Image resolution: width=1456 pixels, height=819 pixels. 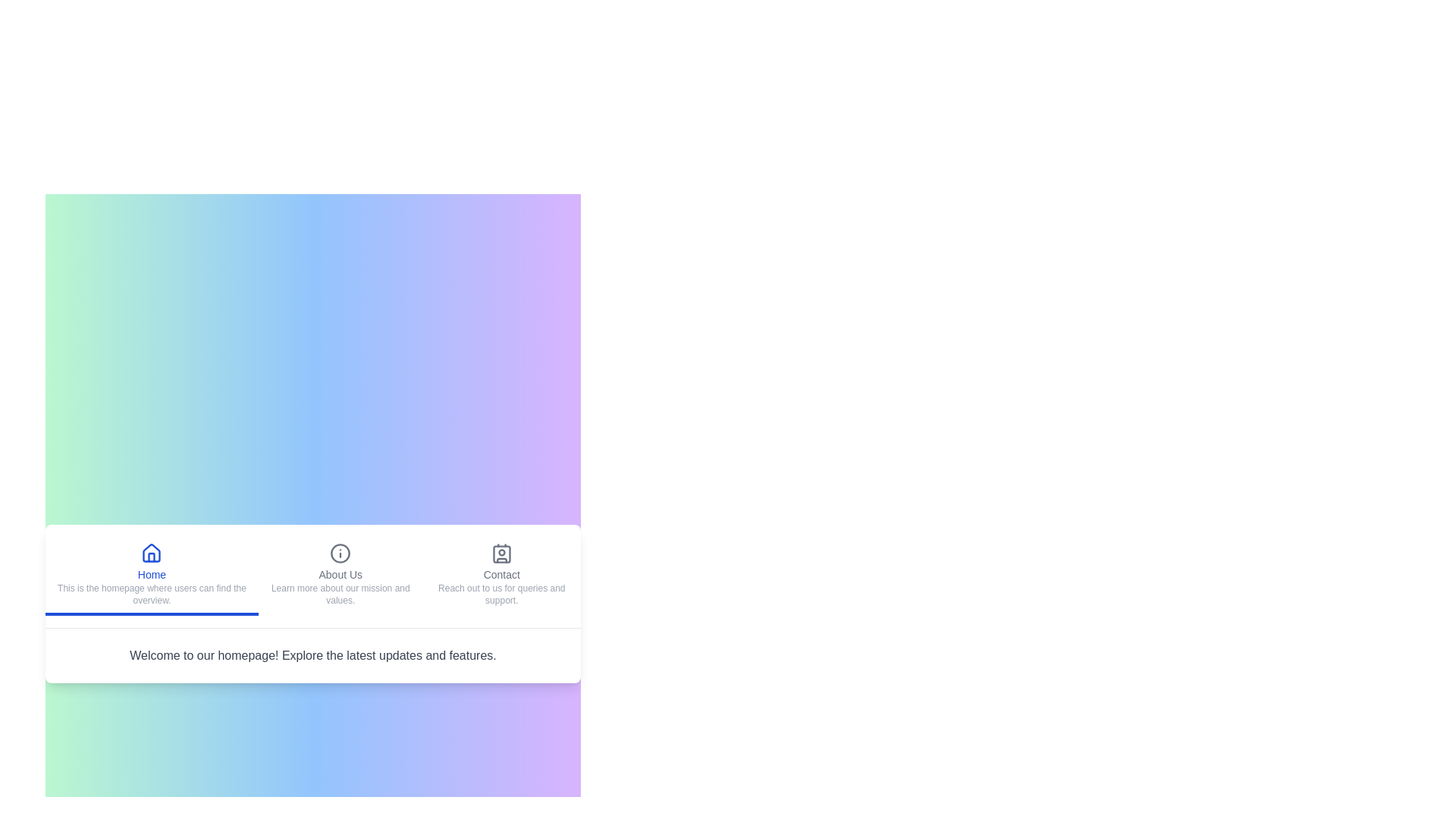 What do you see at coordinates (152, 576) in the screenshot?
I see `the Home tab to view the hover effect` at bounding box center [152, 576].